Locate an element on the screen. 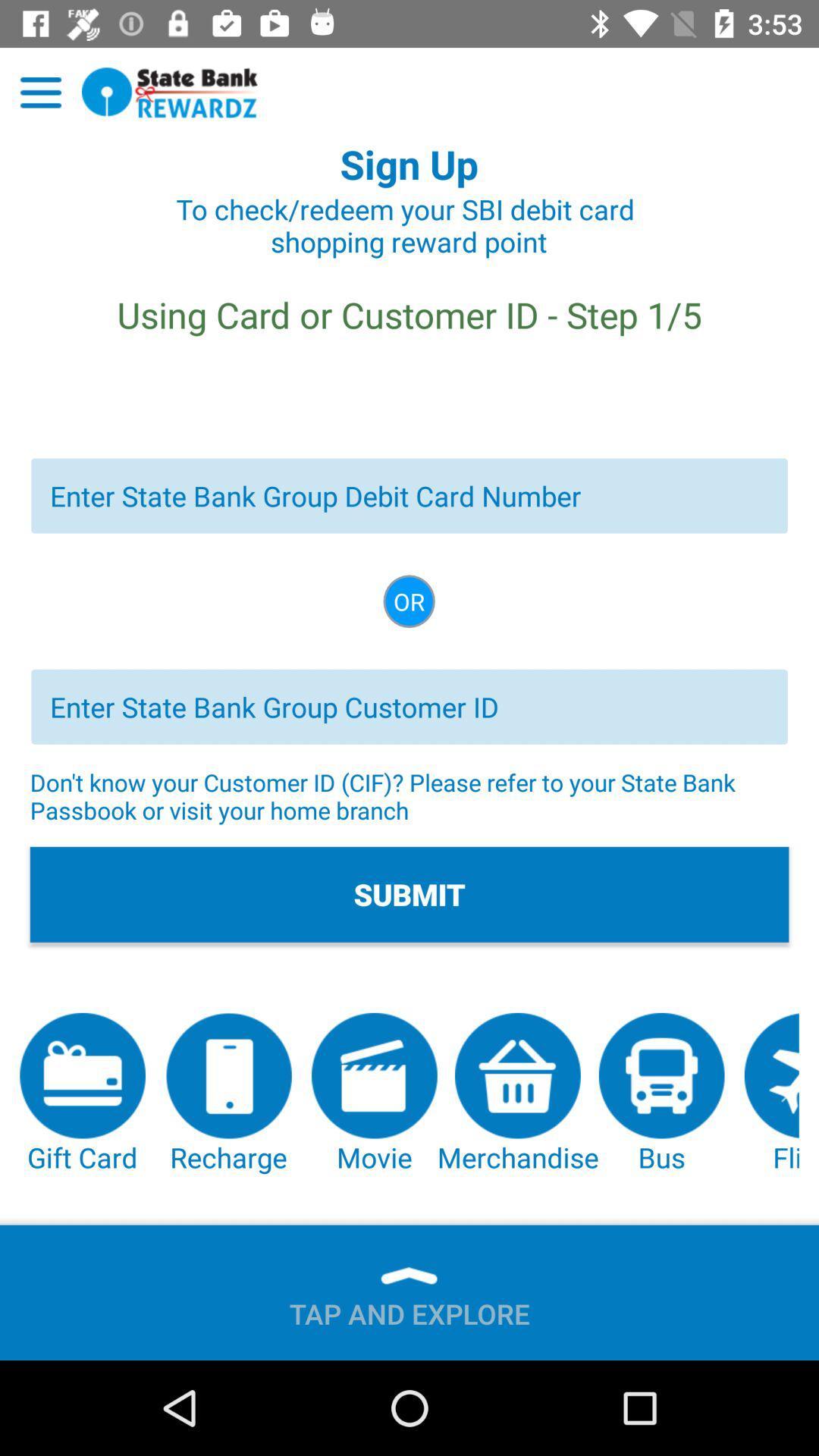 This screenshot has width=819, height=1456. button below the submit item is located at coordinates (517, 1094).